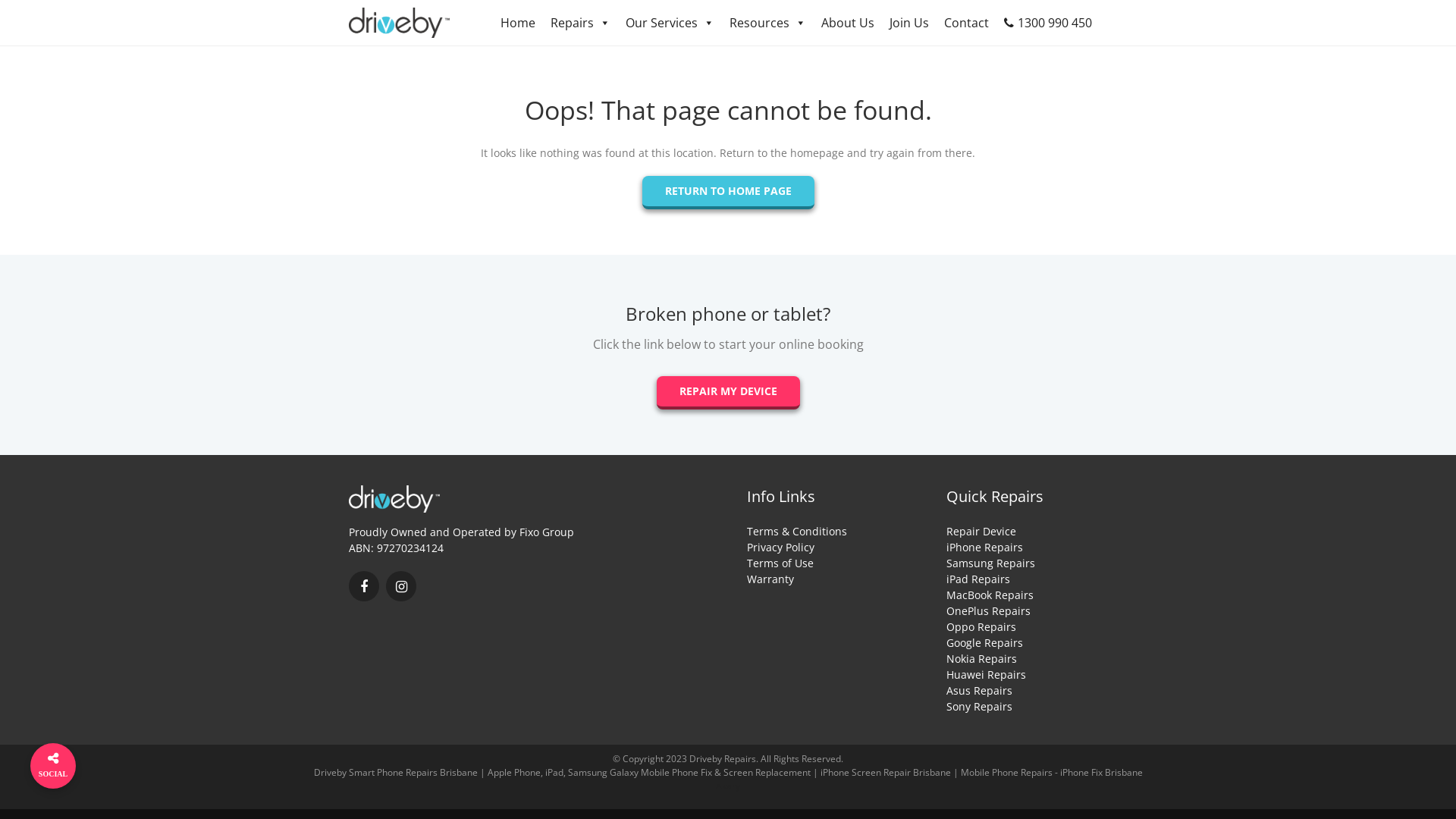  Describe the element at coordinates (770, 579) in the screenshot. I see `'Warranty'` at that location.